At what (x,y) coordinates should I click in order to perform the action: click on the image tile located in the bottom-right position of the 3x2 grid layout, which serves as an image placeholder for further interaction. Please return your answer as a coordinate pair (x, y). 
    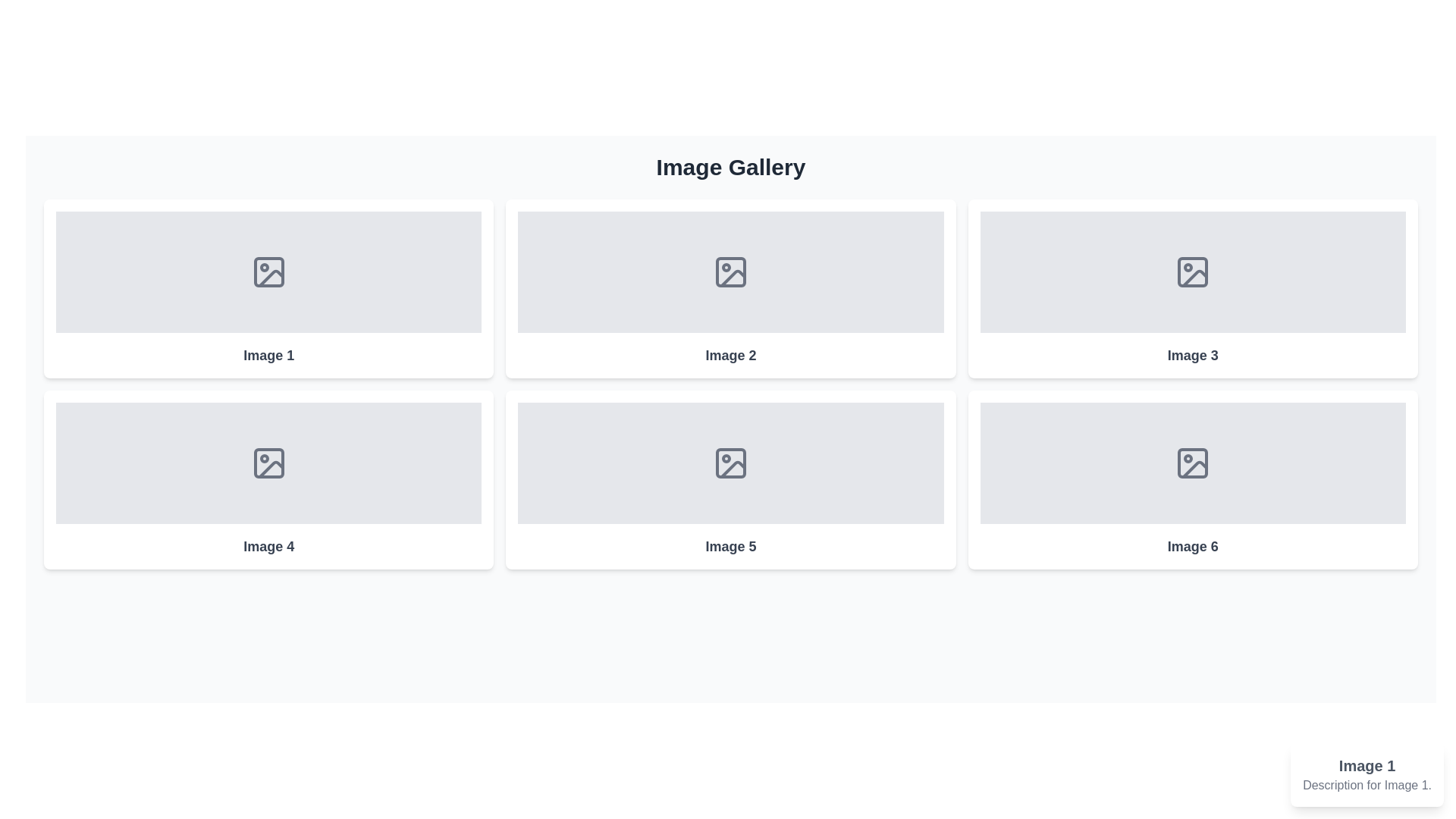
    Looking at the image, I should click on (1192, 479).